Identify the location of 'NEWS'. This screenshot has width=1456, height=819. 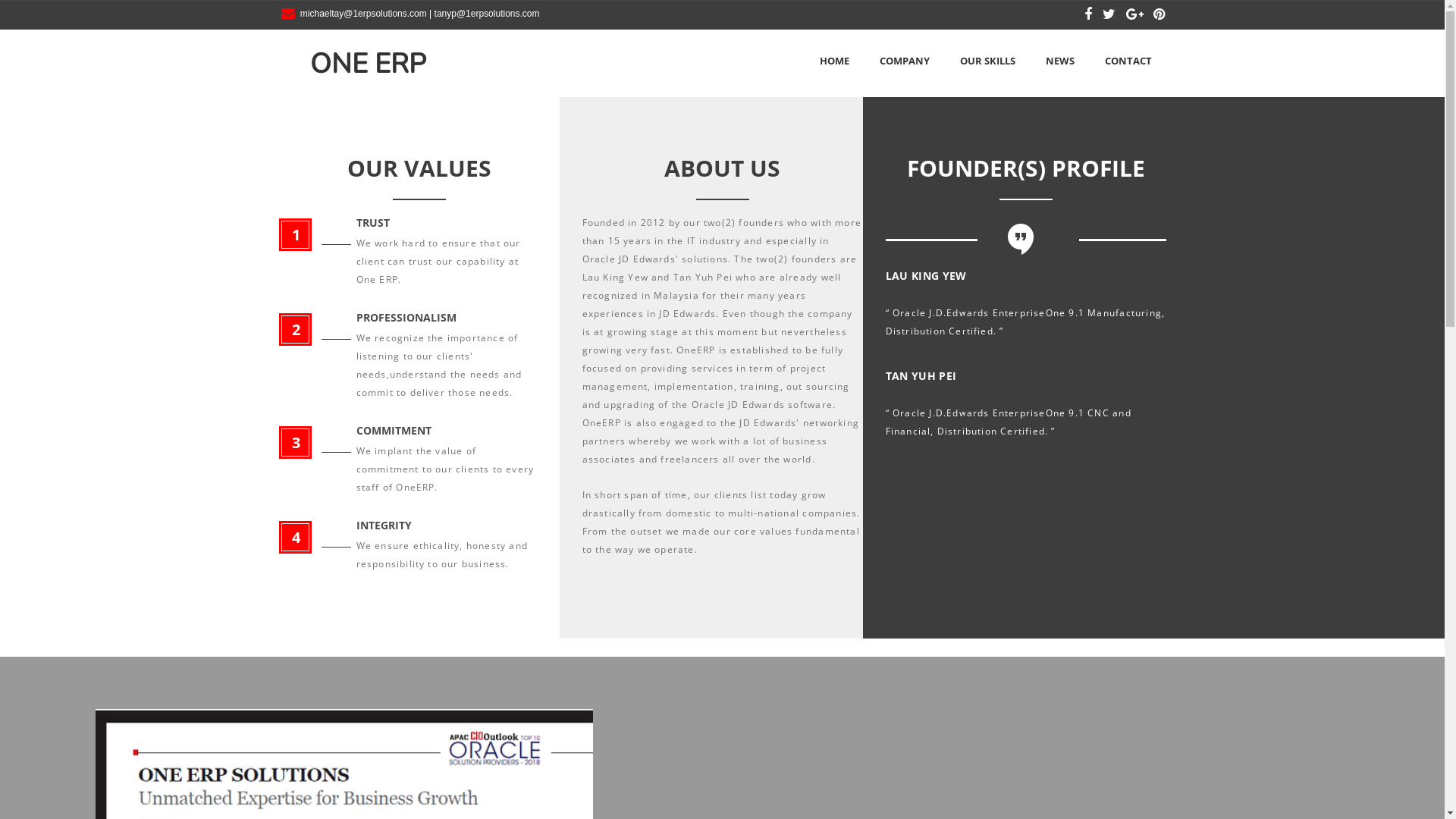
(1059, 60).